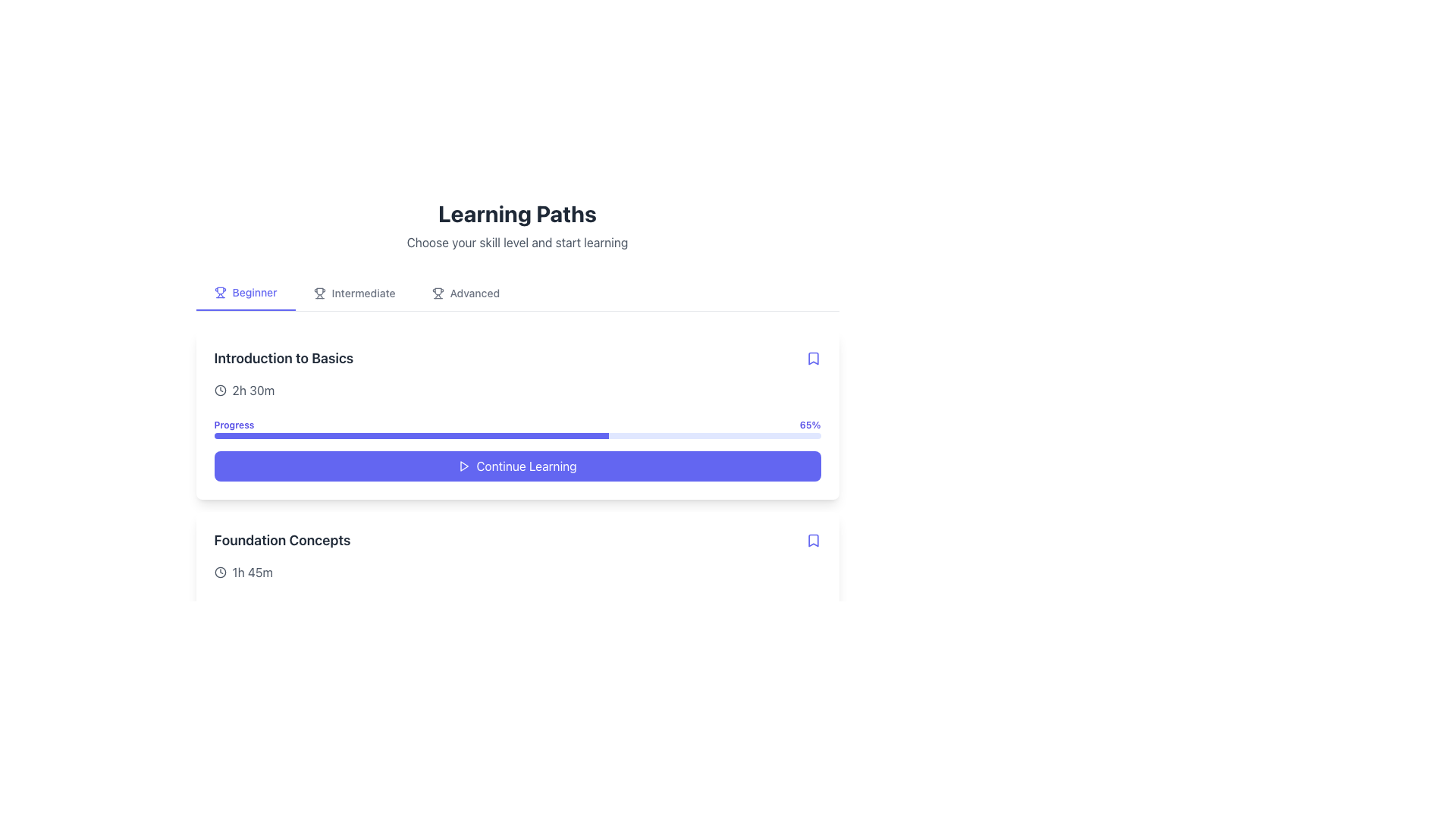 The width and height of the screenshot is (1456, 819). What do you see at coordinates (219, 290) in the screenshot?
I see `cup or trophy shaped SVG element located near the 'Beginner' label in the top left section of the interface using developer tools` at bounding box center [219, 290].